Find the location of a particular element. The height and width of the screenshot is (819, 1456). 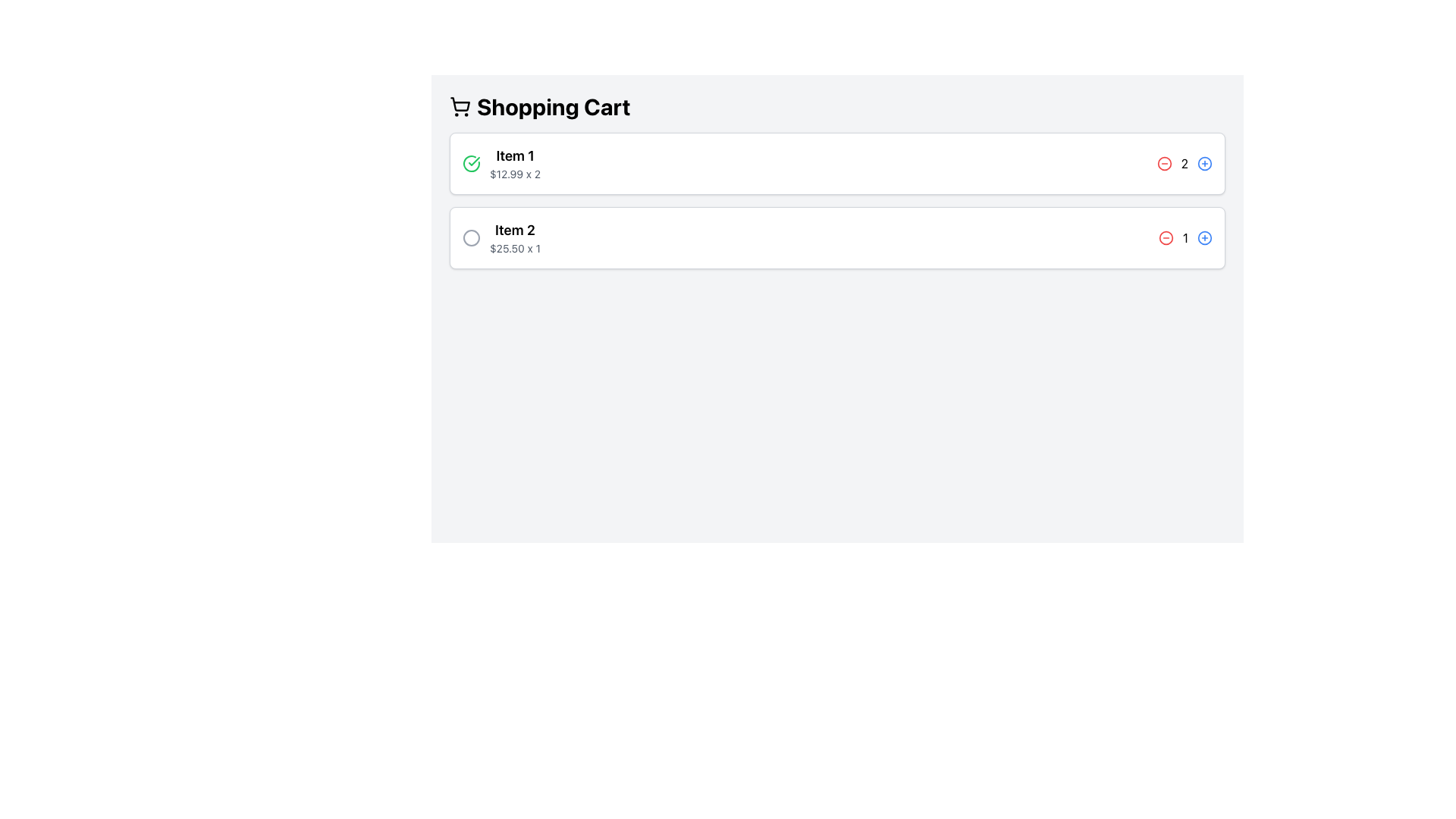

the circular SVG element that represents 'Item 2' in the shopping cart interface, which has a 10-pixel radius and is styled with no fill and a grey stroke color is located at coordinates (471, 237).